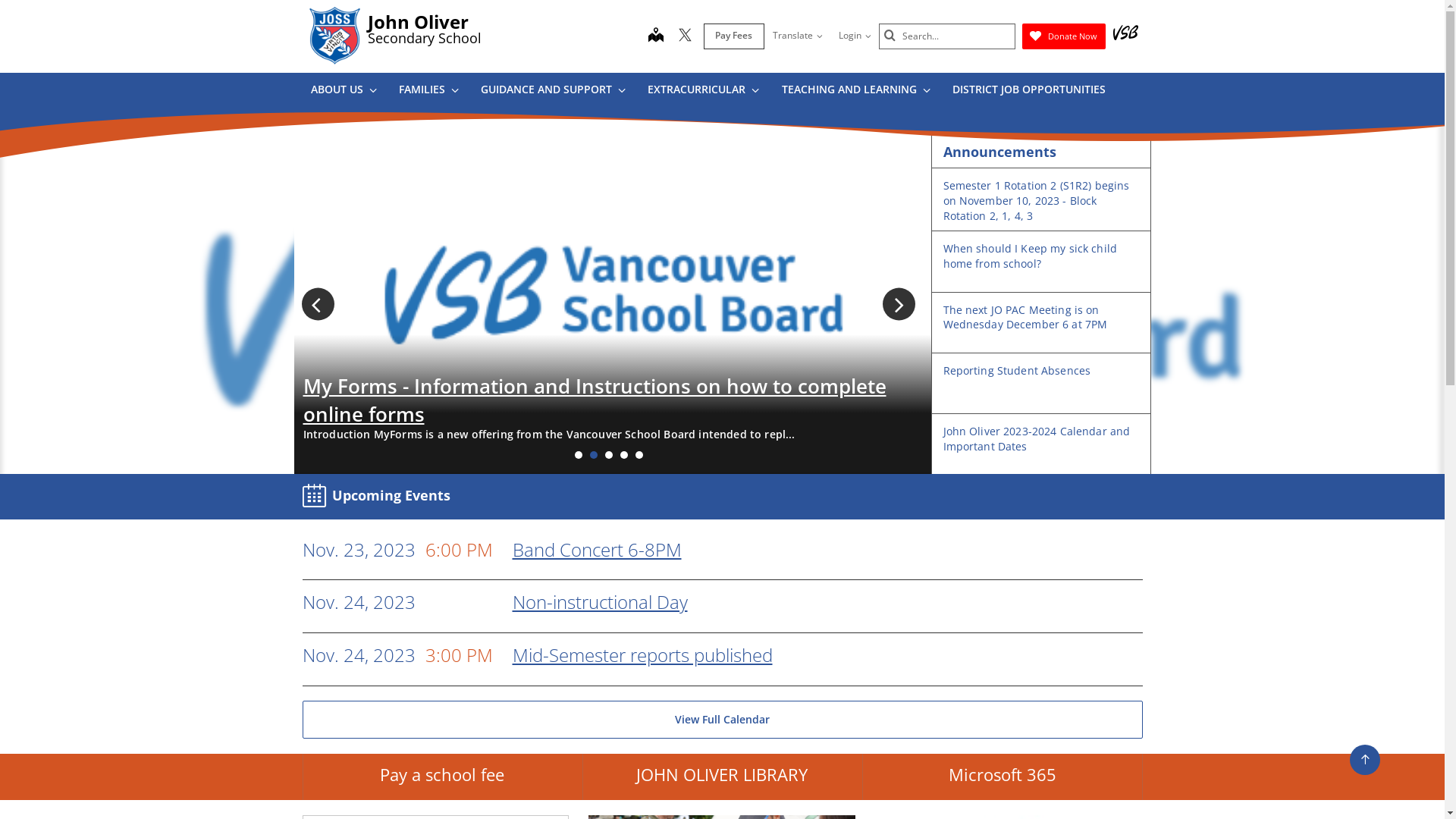  I want to click on 'Reporting Student Absences', so click(1017, 370).